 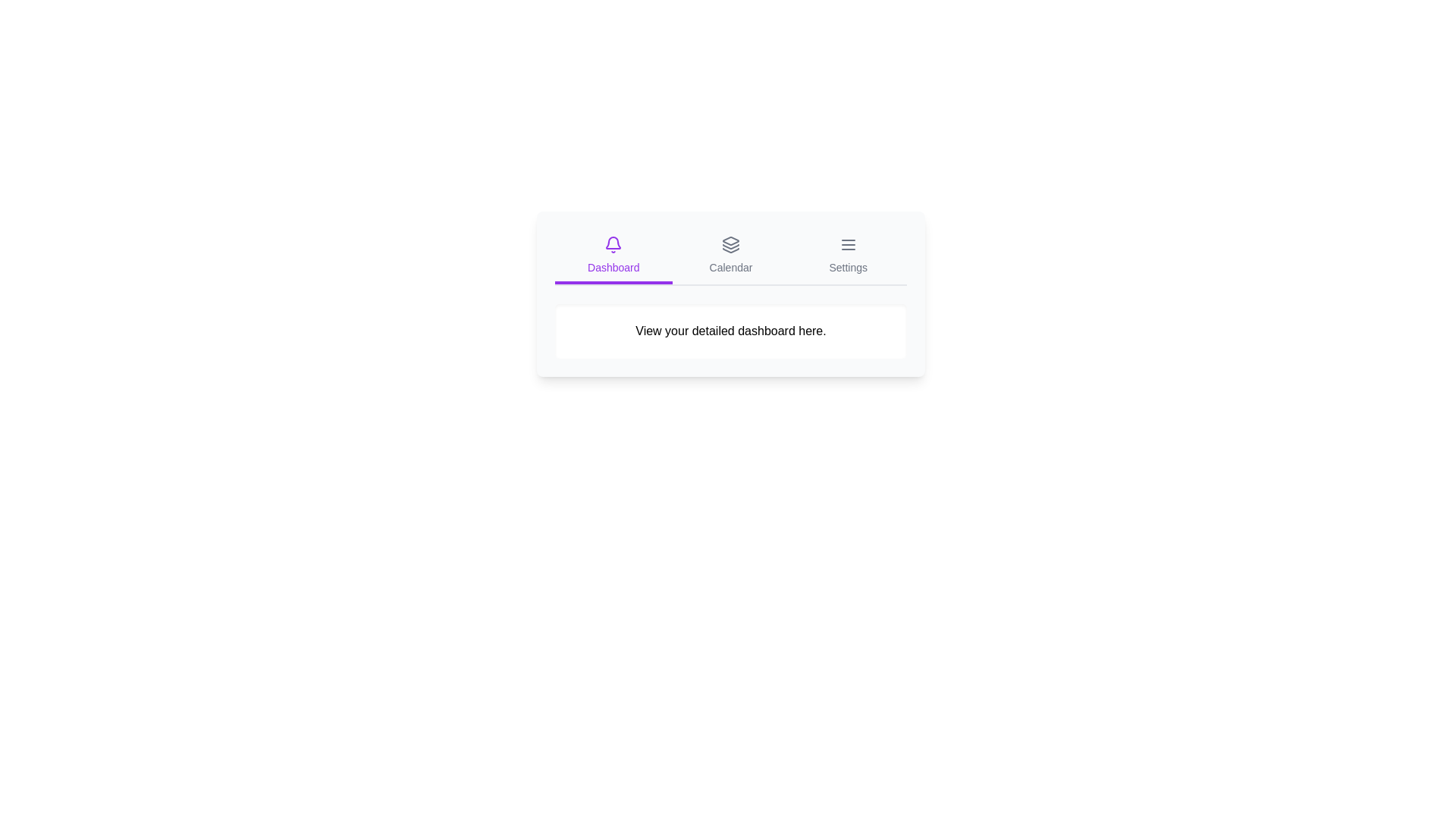 What do you see at coordinates (613, 256) in the screenshot?
I see `the Dashboard tab by clicking on its label or icon` at bounding box center [613, 256].